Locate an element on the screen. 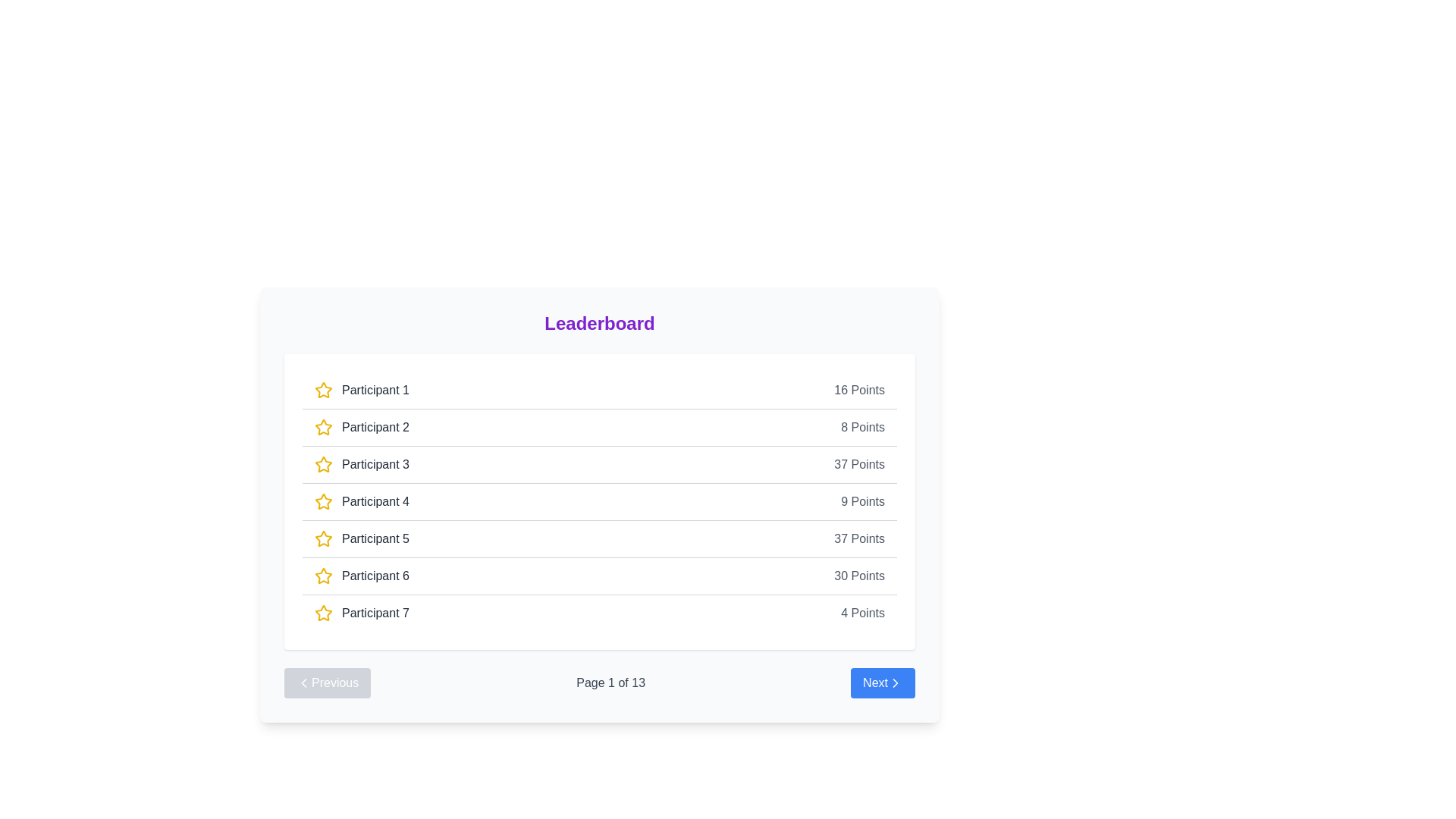 This screenshot has height=819, width=1456. the star icon indicating the favorite or rated status for 'Participant 4', which is the fourth star icon in the list is located at coordinates (323, 501).